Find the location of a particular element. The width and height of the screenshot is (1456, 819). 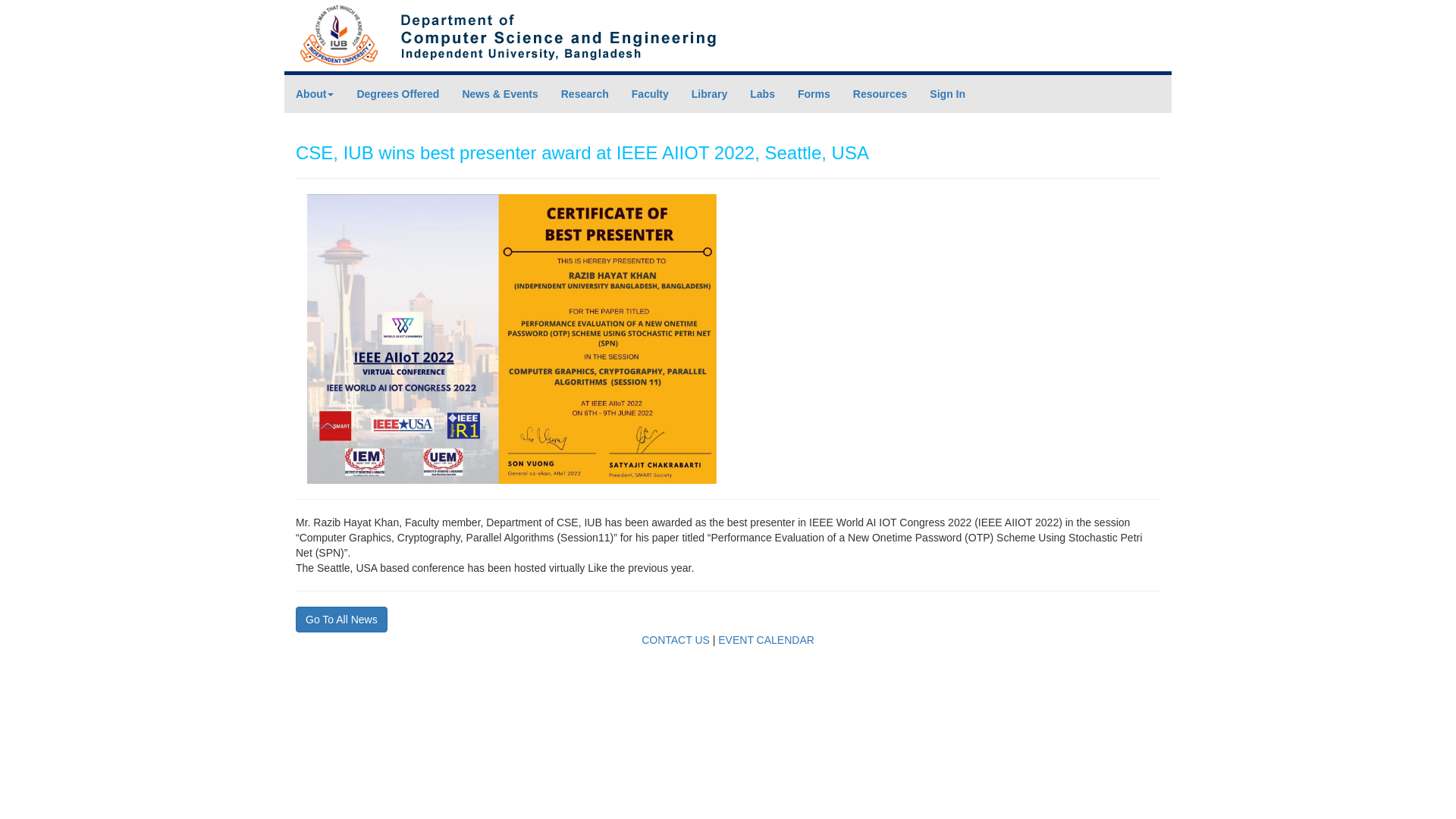

'Labs' is located at coordinates (762, 93).